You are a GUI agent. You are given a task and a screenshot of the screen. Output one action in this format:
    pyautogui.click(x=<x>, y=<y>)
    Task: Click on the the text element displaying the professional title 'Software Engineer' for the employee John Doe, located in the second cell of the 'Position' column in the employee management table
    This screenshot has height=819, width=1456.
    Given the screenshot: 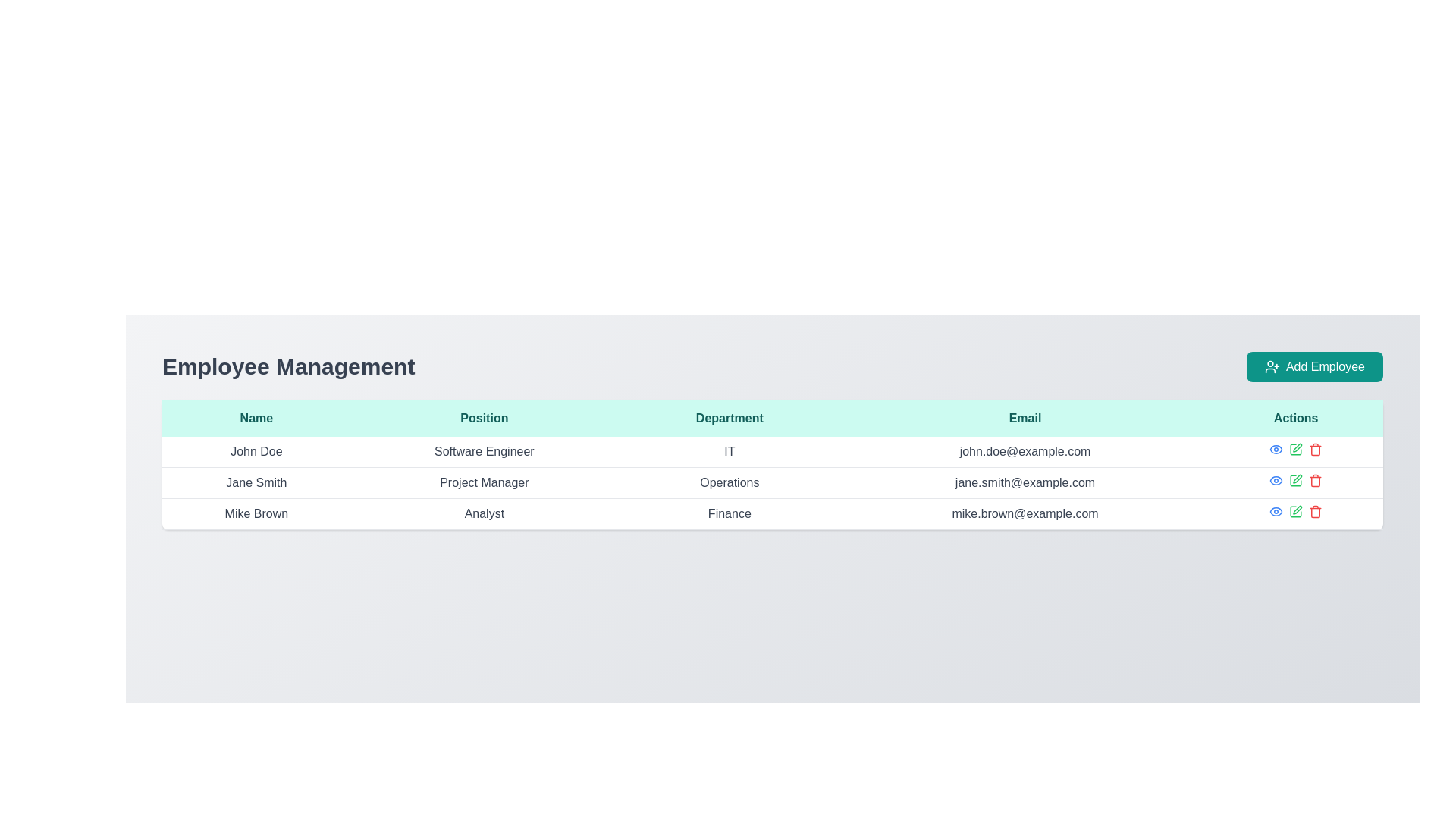 What is the action you would take?
    pyautogui.click(x=483, y=451)
    